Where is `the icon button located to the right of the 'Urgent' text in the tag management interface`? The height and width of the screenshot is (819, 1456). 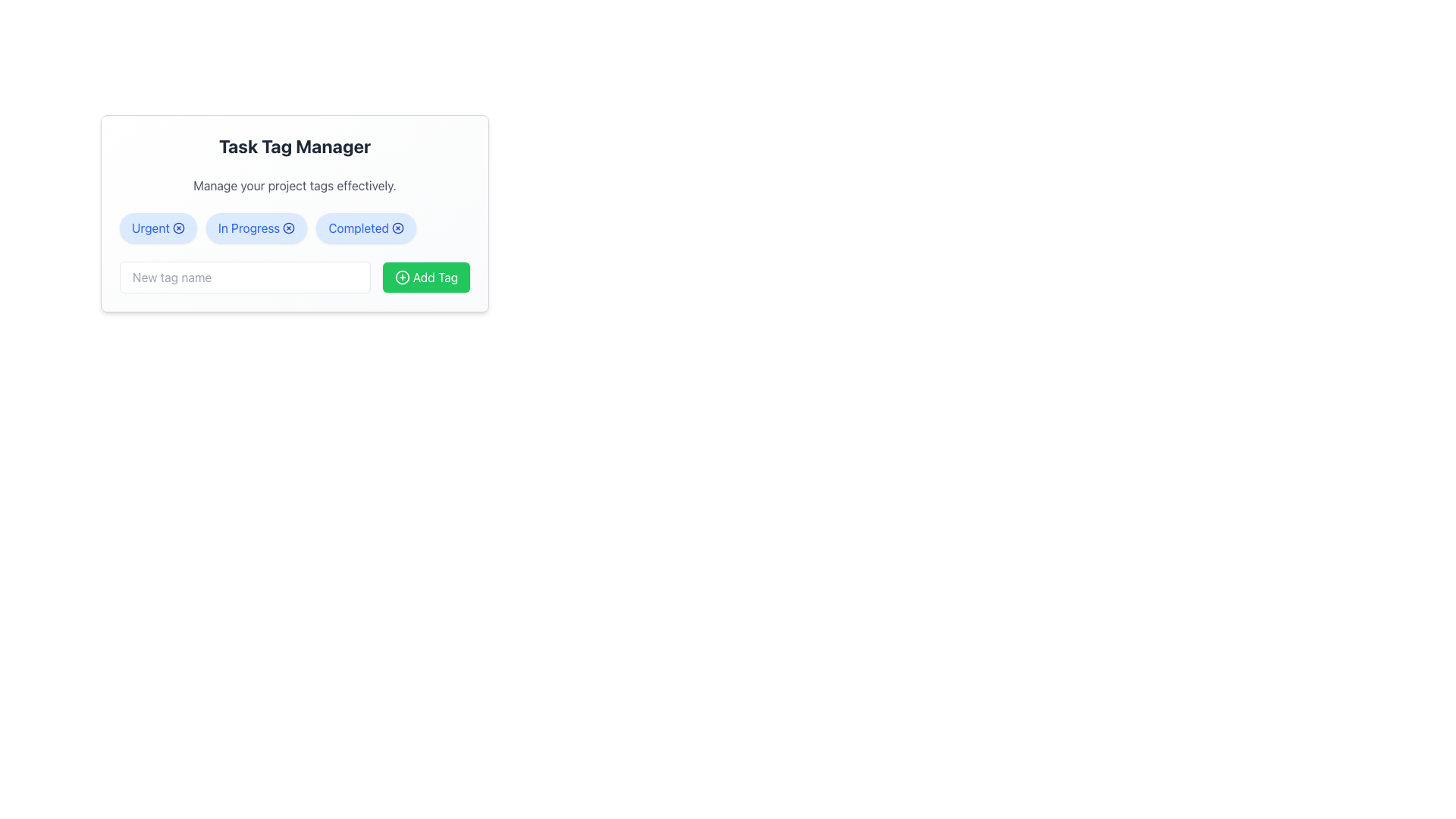 the icon button located to the right of the 'Urgent' text in the tag management interface is located at coordinates (178, 227).